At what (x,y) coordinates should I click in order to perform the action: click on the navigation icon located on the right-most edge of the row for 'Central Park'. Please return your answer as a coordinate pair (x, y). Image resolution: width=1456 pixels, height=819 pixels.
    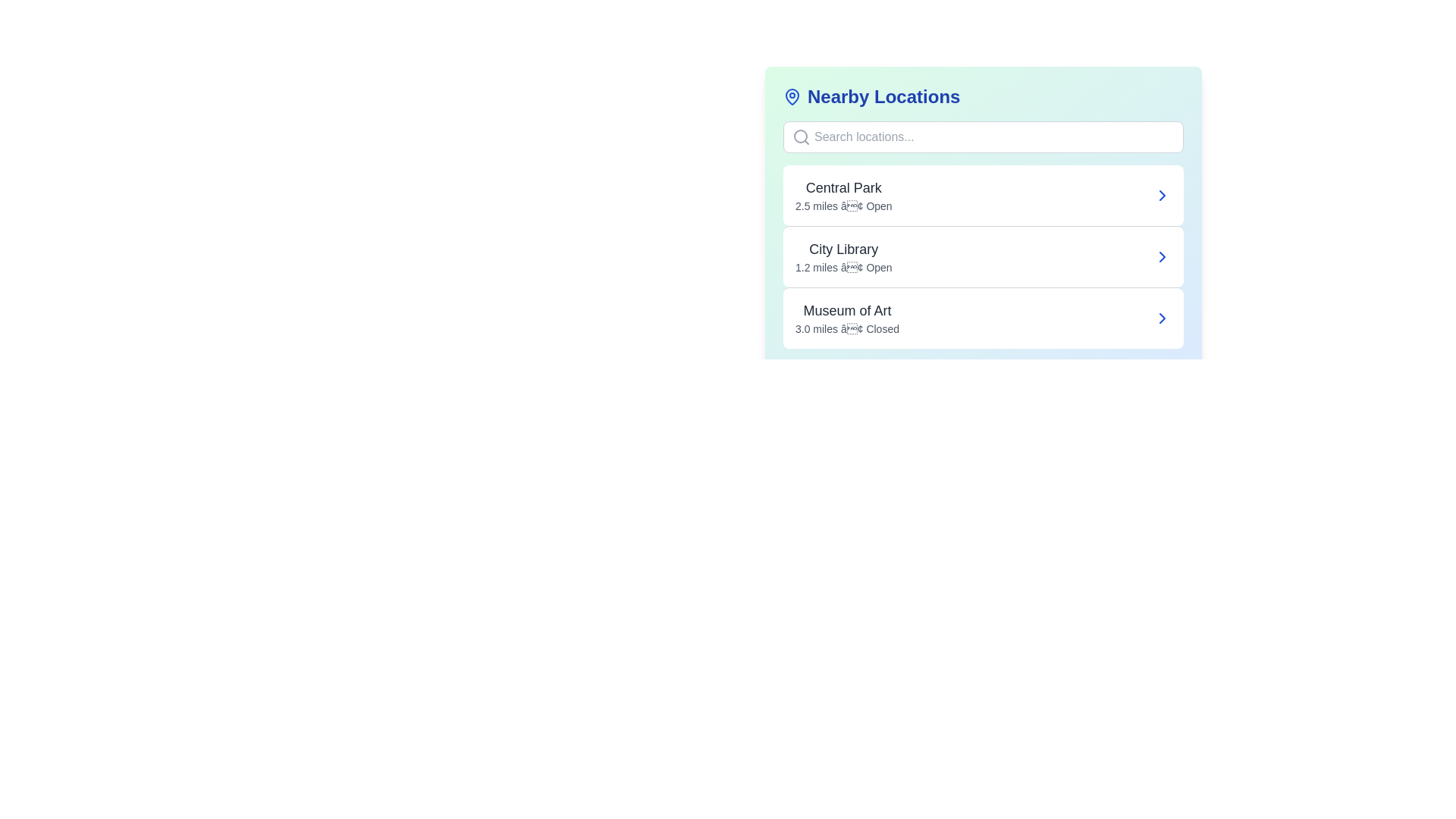
    Looking at the image, I should click on (1161, 195).